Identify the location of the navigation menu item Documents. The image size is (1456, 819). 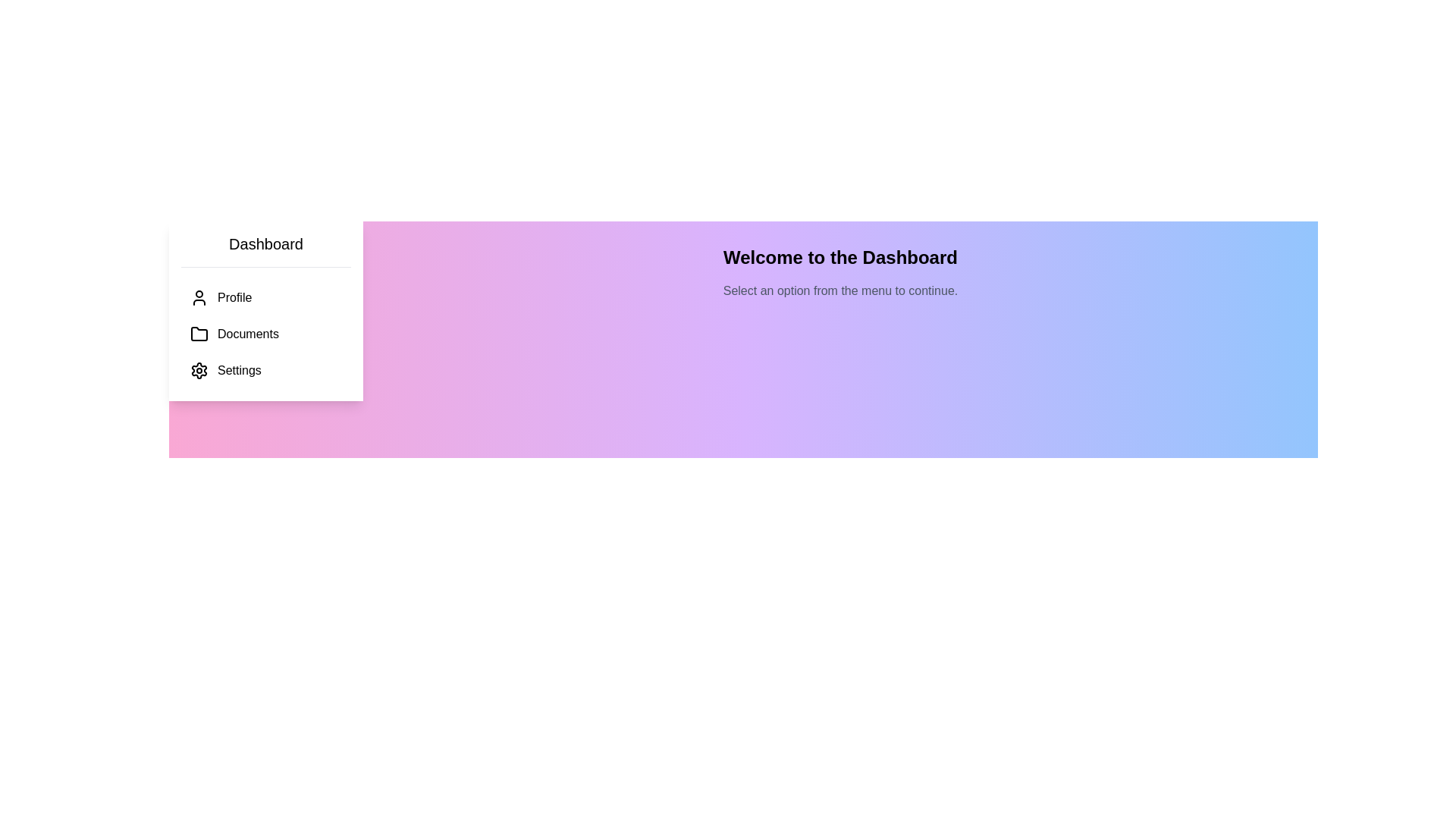
(265, 333).